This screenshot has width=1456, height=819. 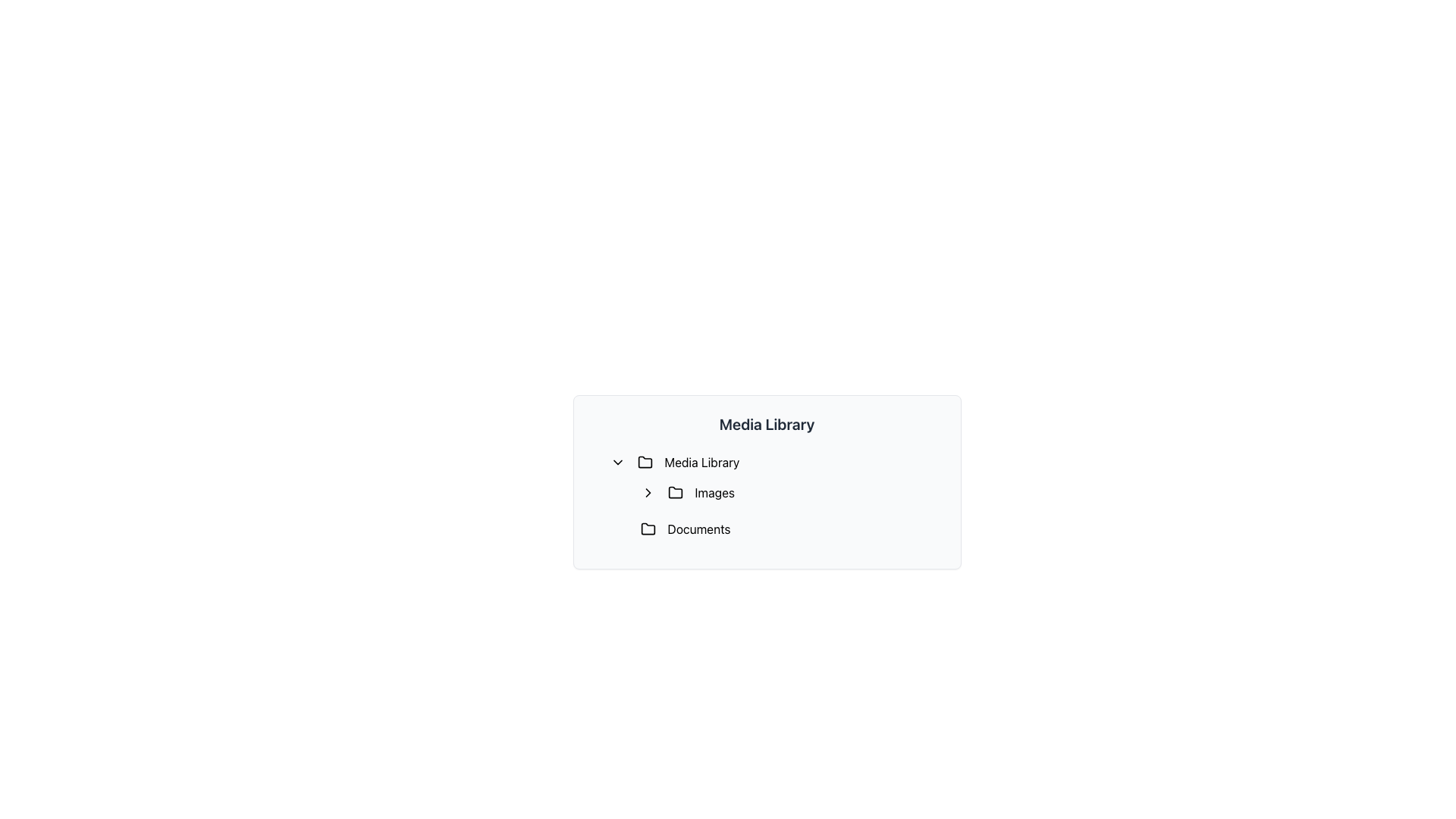 I want to click on the 'Documents' text label, which is positioned to the right of a folder icon in a hierarchical tree structure representing a file system, so click(x=698, y=529).